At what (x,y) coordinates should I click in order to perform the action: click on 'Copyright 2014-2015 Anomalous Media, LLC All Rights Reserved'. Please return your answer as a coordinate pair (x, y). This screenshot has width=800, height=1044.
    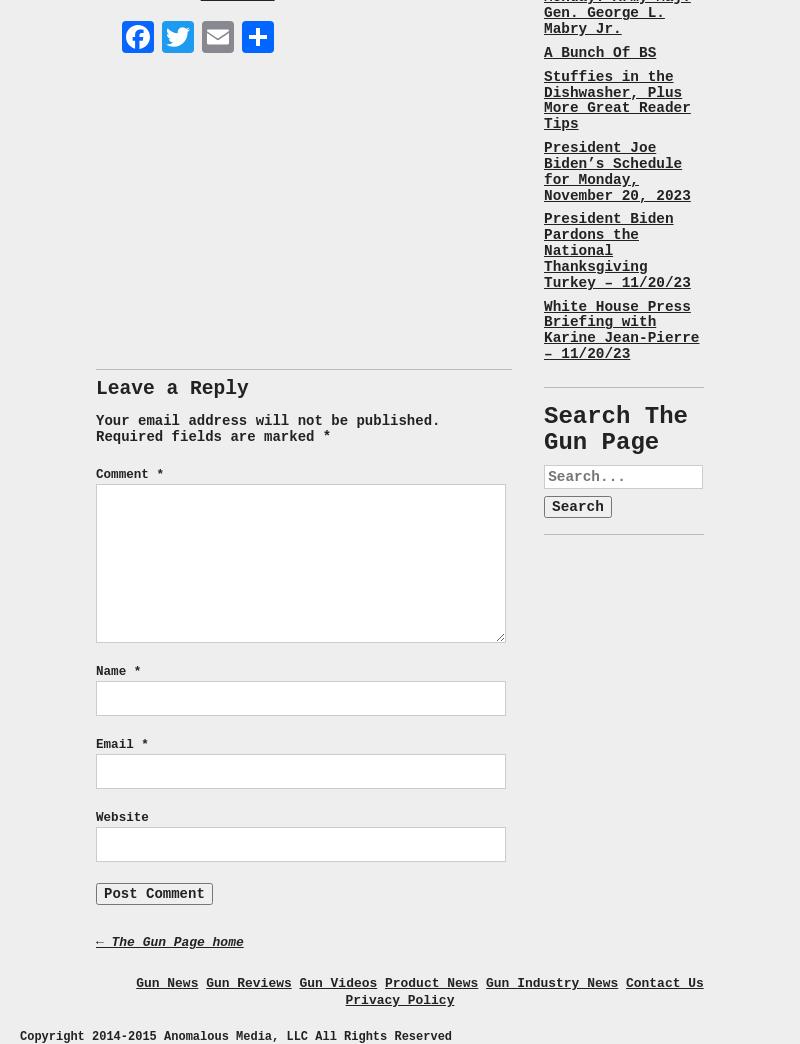
    Looking at the image, I should click on (235, 1035).